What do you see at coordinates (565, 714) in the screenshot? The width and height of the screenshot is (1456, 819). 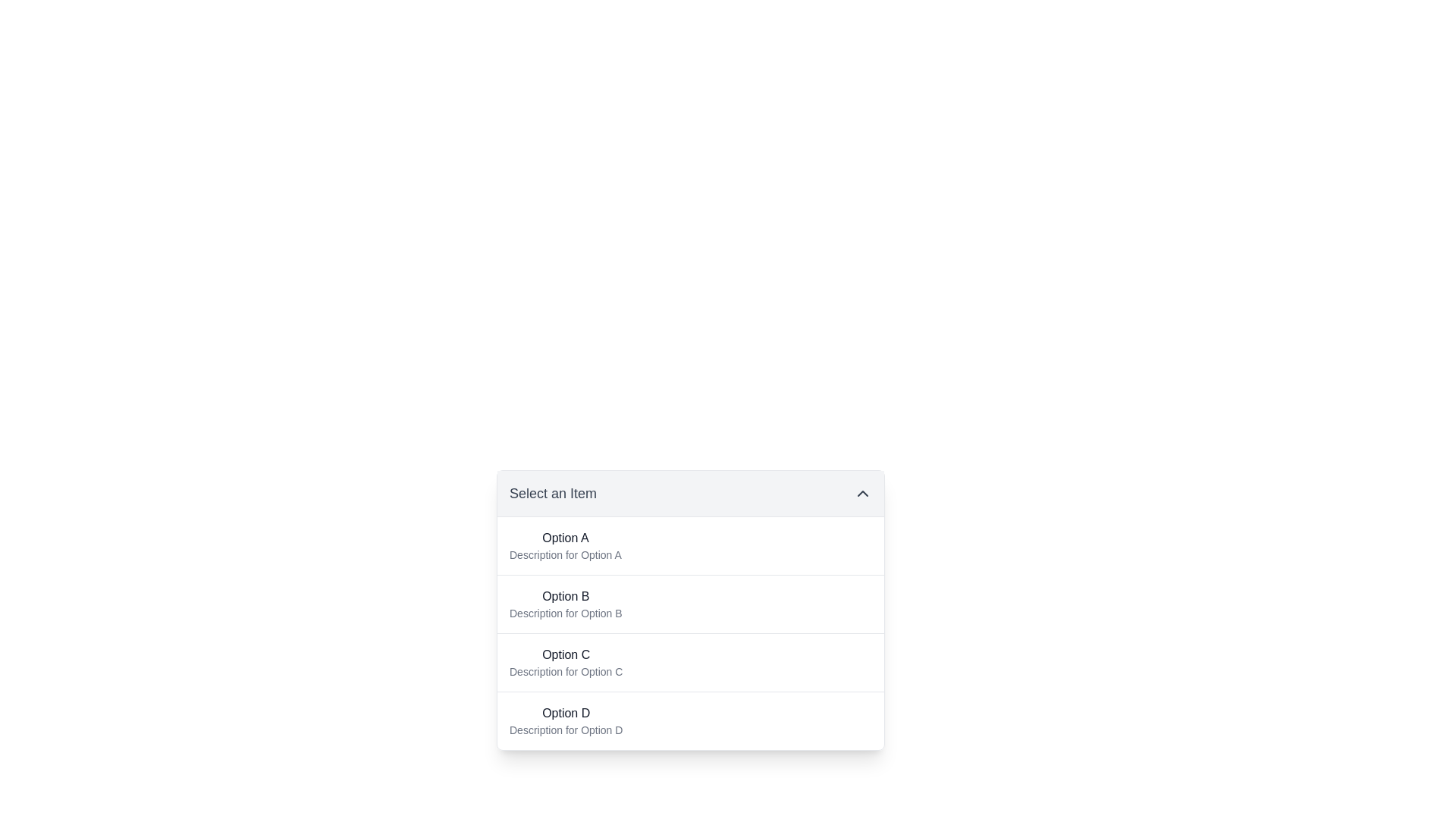 I see `the label containing the text 'Option D', which is formatted in medium-weight dark gray font and is located at the bottom-most position of the selection menu` at bounding box center [565, 714].